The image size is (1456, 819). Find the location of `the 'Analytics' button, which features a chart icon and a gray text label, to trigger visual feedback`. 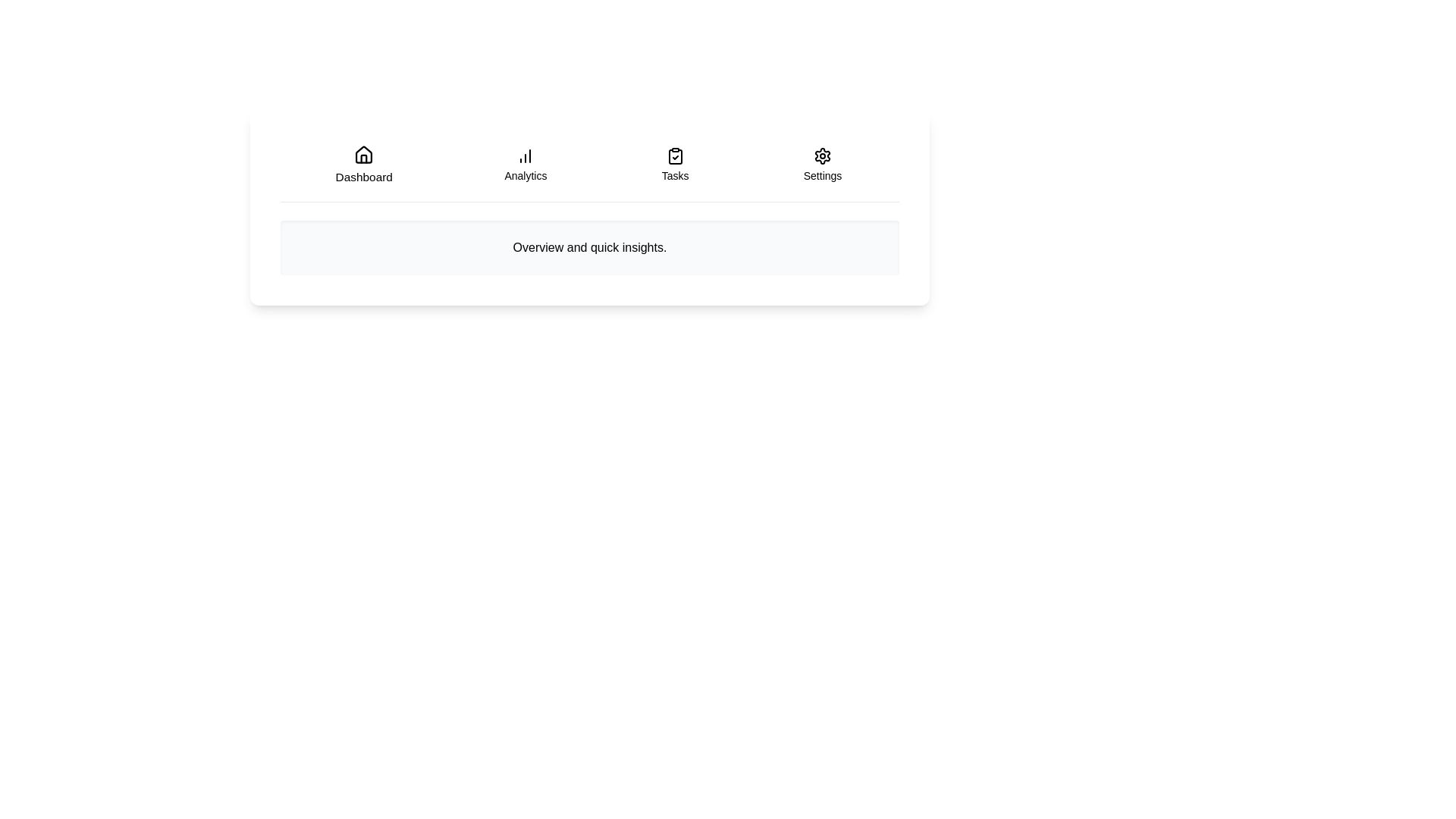

the 'Analytics' button, which features a chart icon and a gray text label, to trigger visual feedback is located at coordinates (526, 165).